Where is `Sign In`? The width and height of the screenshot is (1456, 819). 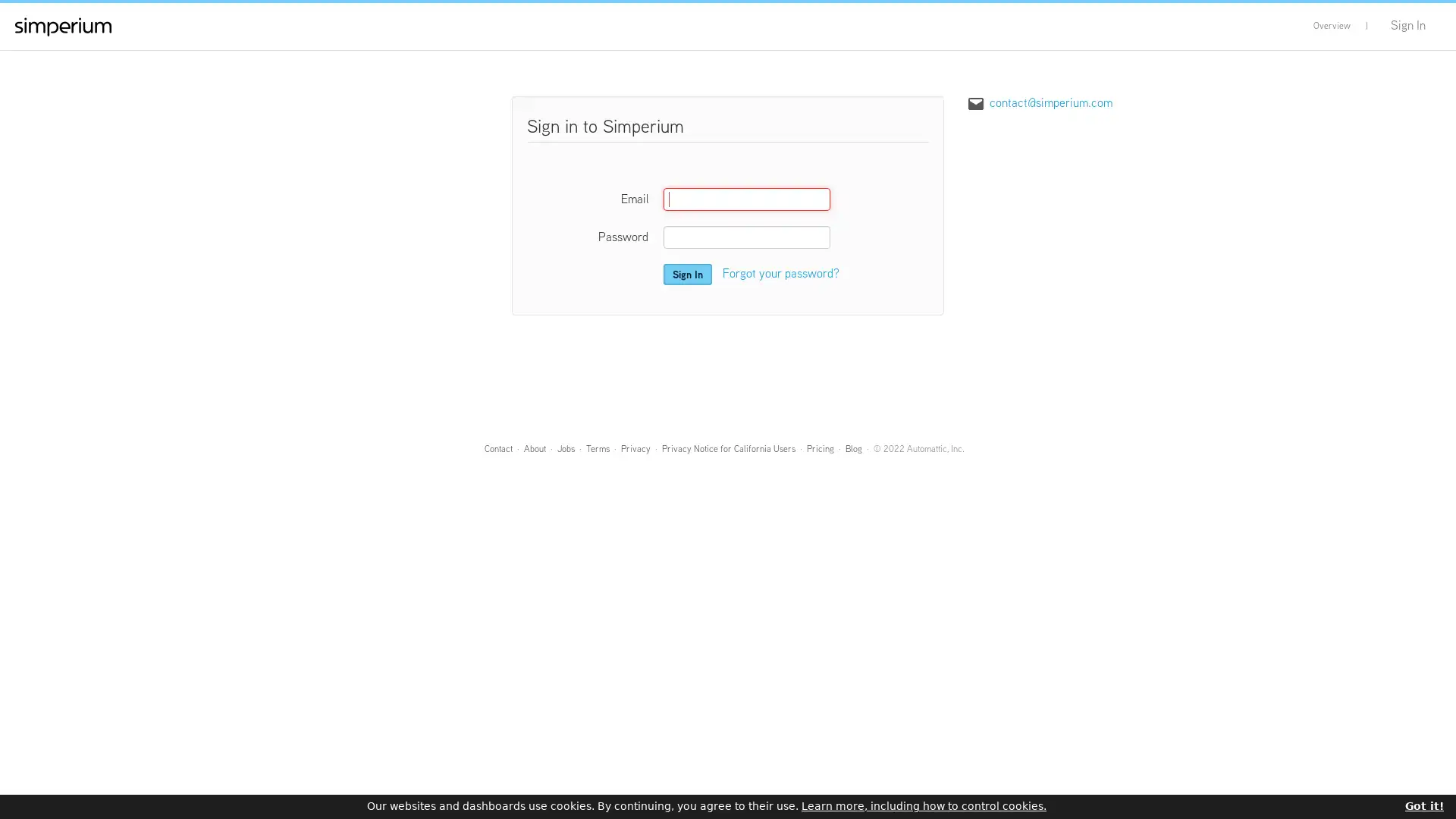
Sign In is located at coordinates (687, 275).